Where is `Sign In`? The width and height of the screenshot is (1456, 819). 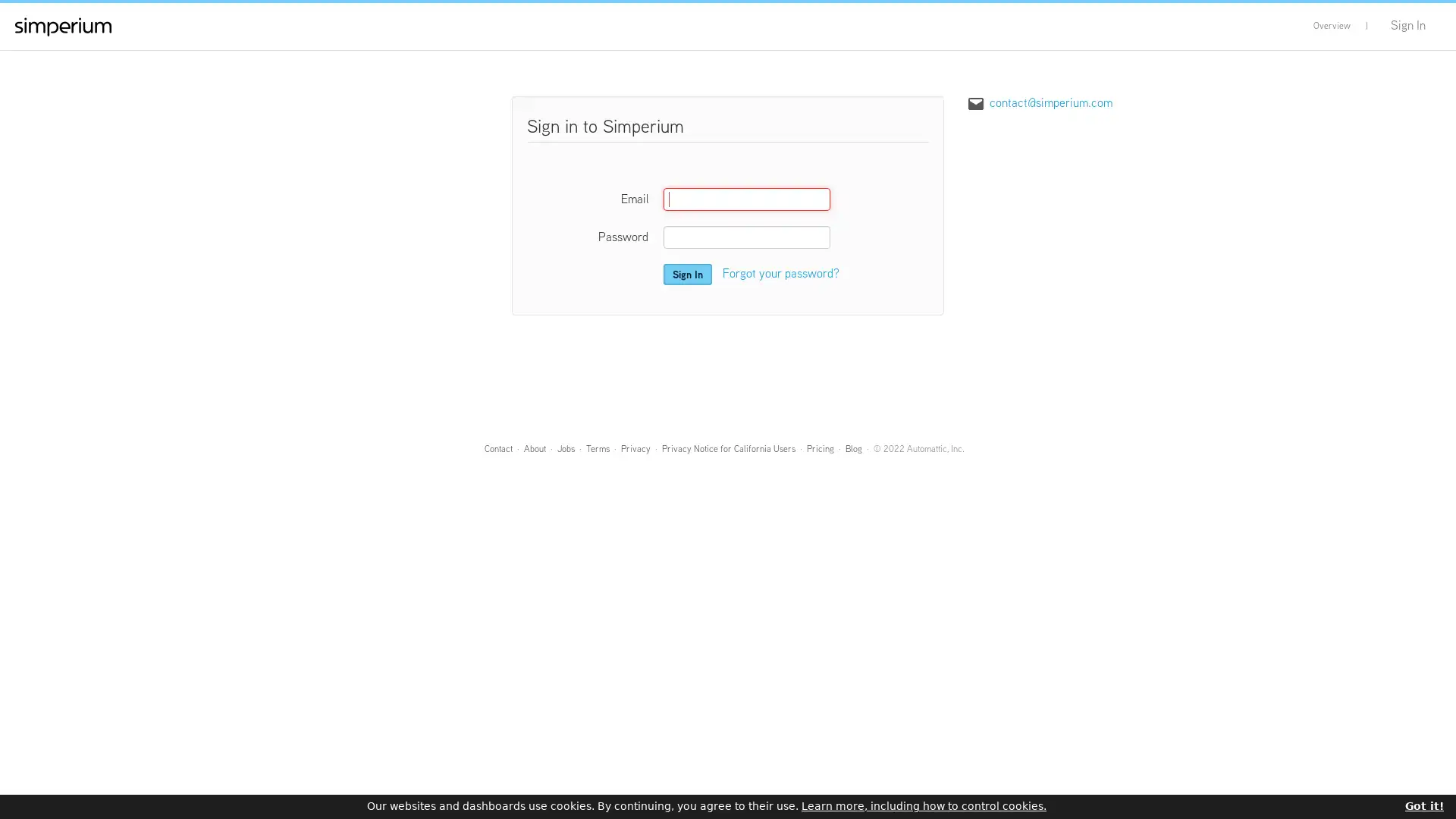
Sign In is located at coordinates (687, 275).